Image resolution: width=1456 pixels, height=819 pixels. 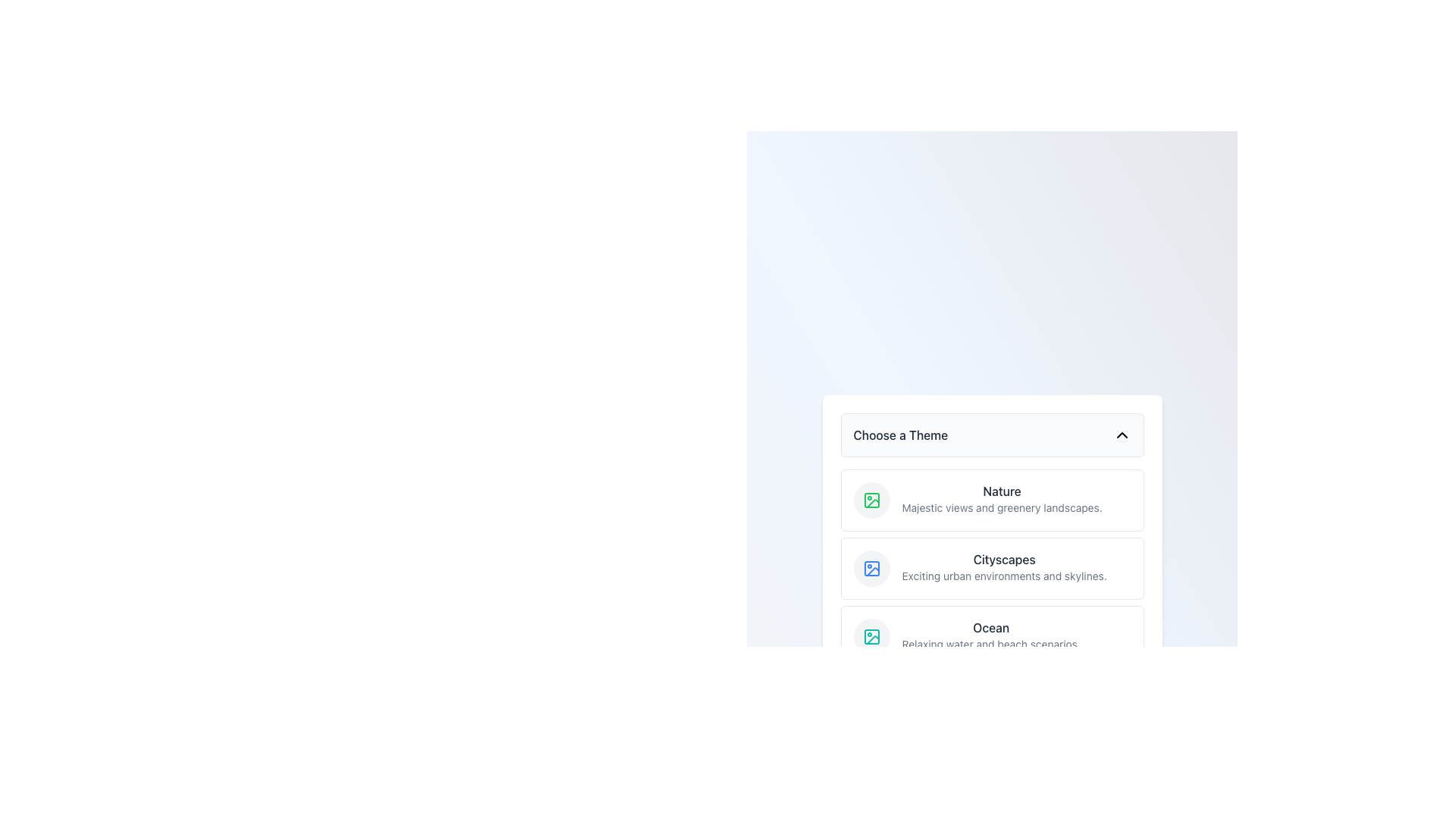 What do you see at coordinates (871, 637) in the screenshot?
I see `the teal rectangular SVG graphic element with rounded corners in the 'Ocean' theme block located at the bottom of the theme selection interface` at bounding box center [871, 637].